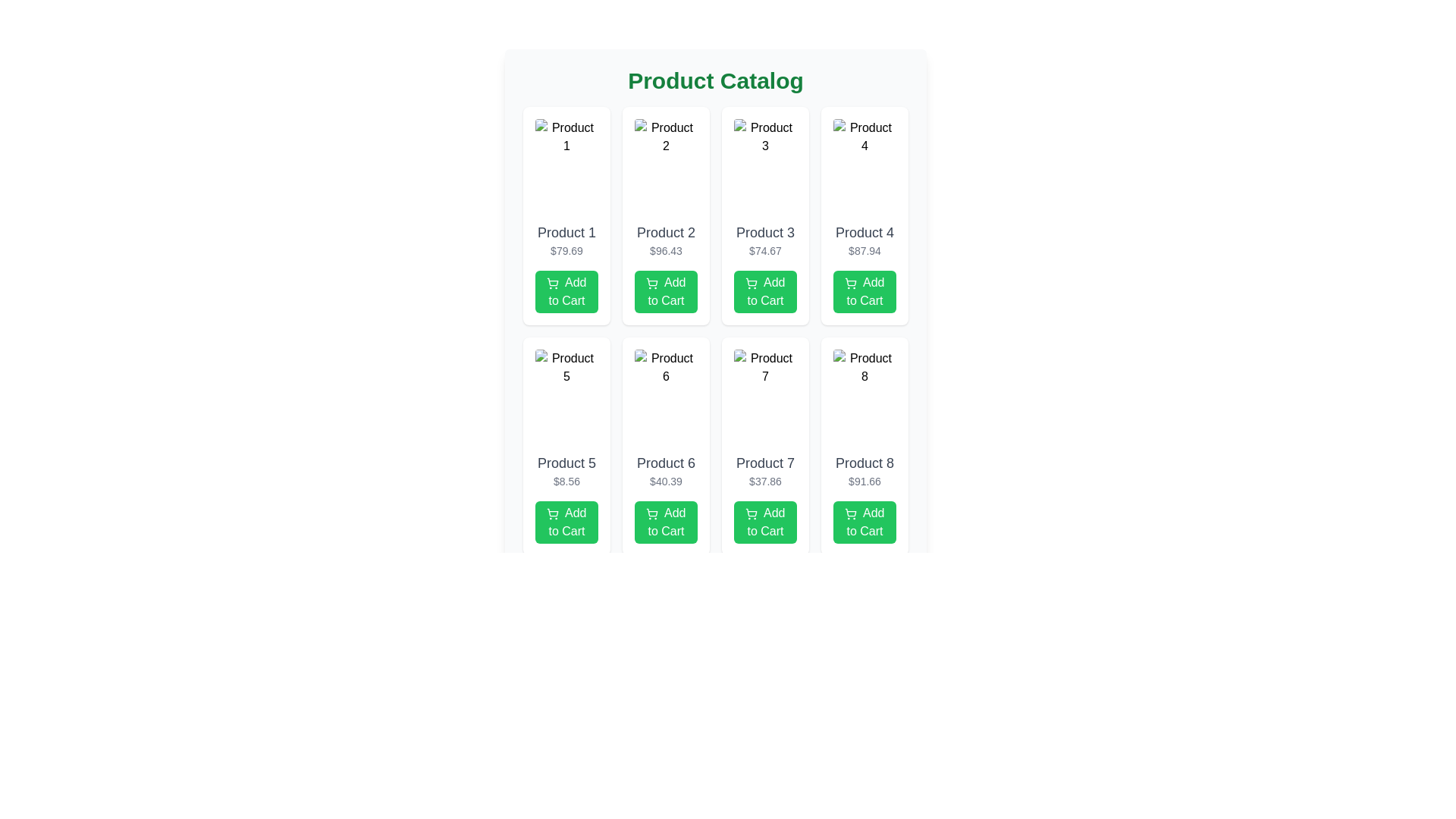 The height and width of the screenshot is (819, 1456). I want to click on the image placeholder for 'Product 8', so click(864, 397).